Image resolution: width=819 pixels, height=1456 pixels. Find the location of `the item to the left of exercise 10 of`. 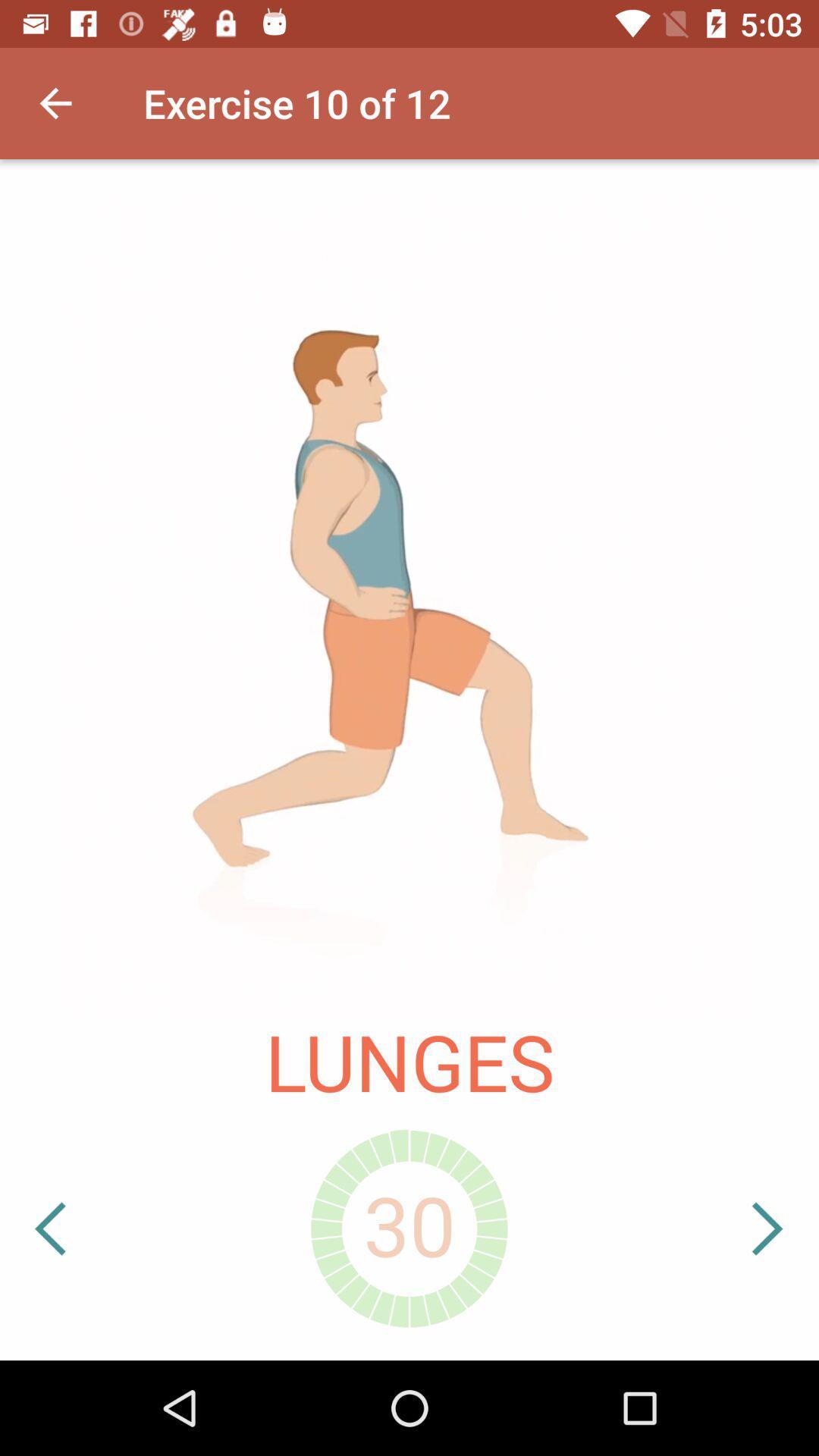

the item to the left of exercise 10 of is located at coordinates (55, 102).